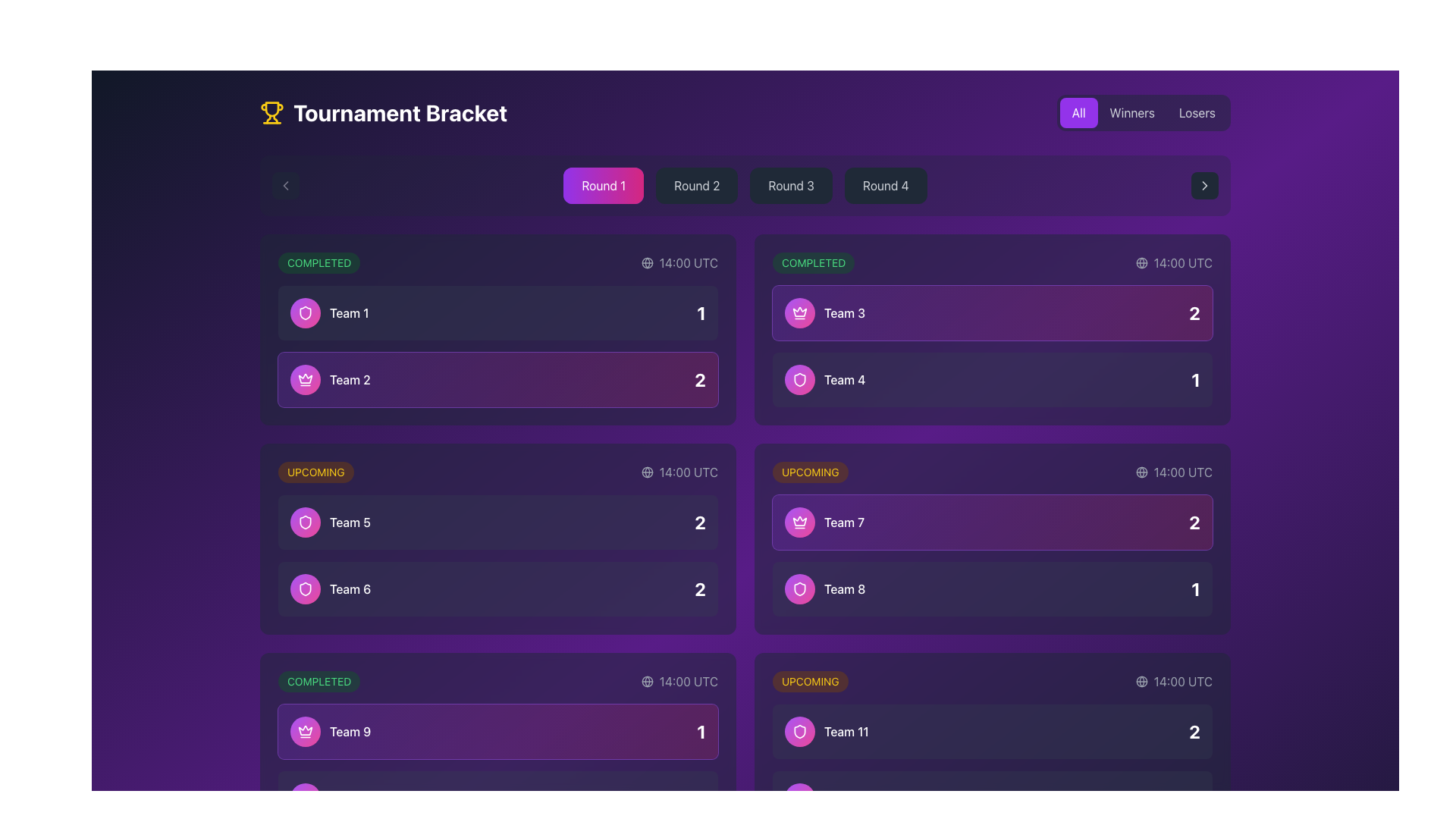 Image resolution: width=1456 pixels, height=819 pixels. Describe the element at coordinates (886, 185) in the screenshot. I see `the 'Round 4' text label in the navigation bar` at that location.